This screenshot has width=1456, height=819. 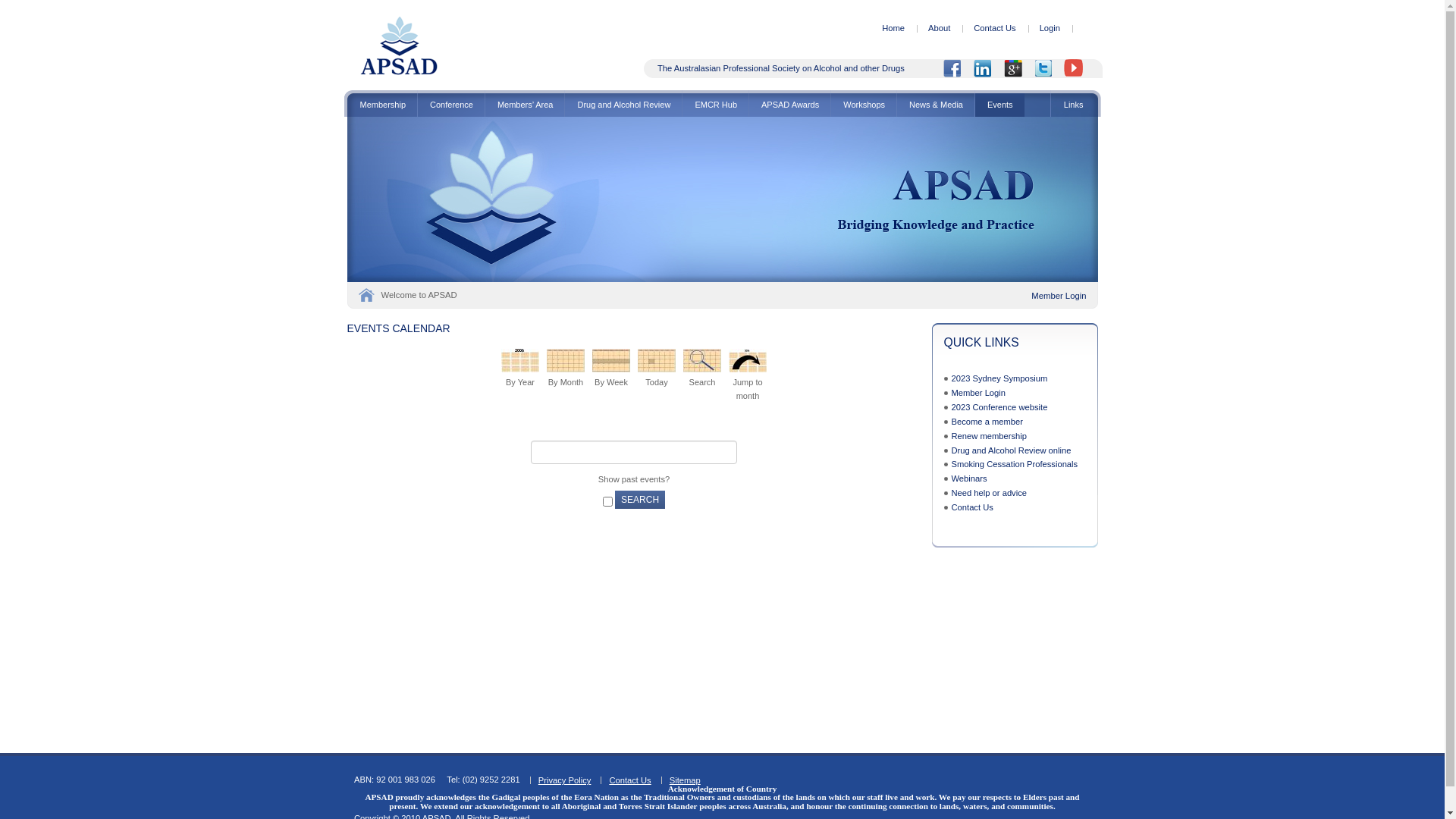 What do you see at coordinates (684, 780) in the screenshot?
I see `'Sitemap'` at bounding box center [684, 780].